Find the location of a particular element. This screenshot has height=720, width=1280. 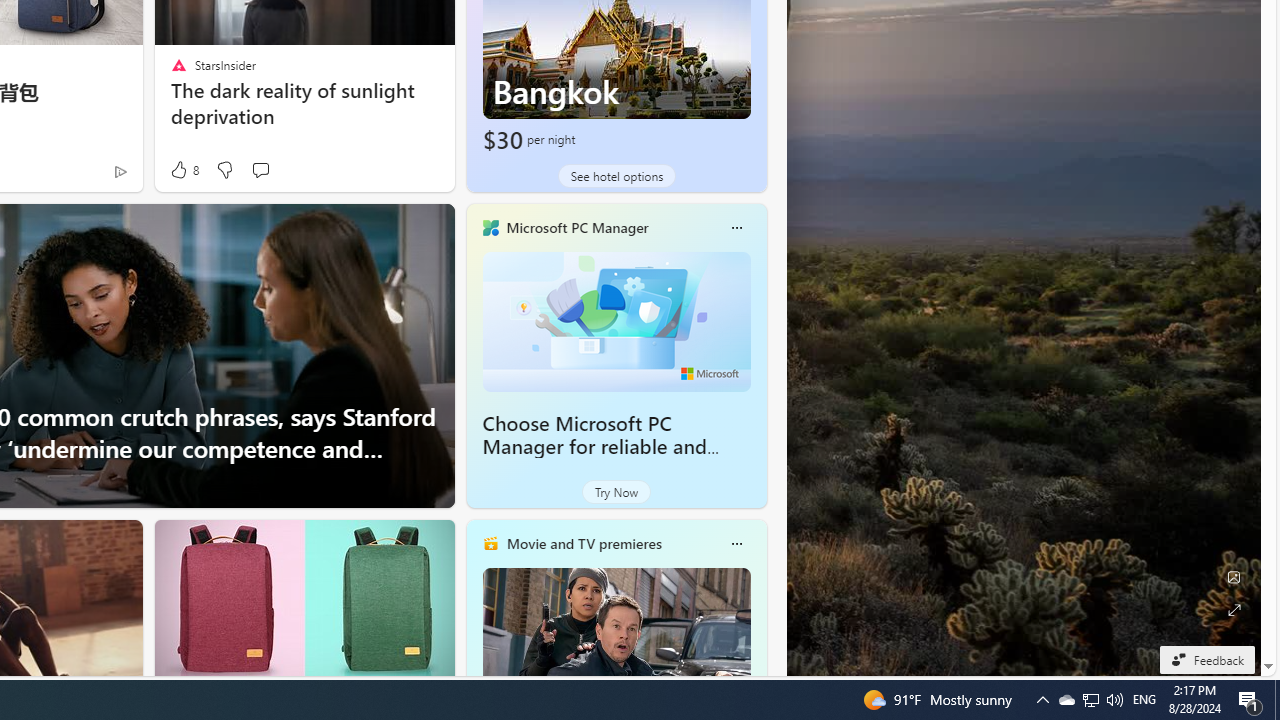

'Expand background' is located at coordinates (1232, 609).